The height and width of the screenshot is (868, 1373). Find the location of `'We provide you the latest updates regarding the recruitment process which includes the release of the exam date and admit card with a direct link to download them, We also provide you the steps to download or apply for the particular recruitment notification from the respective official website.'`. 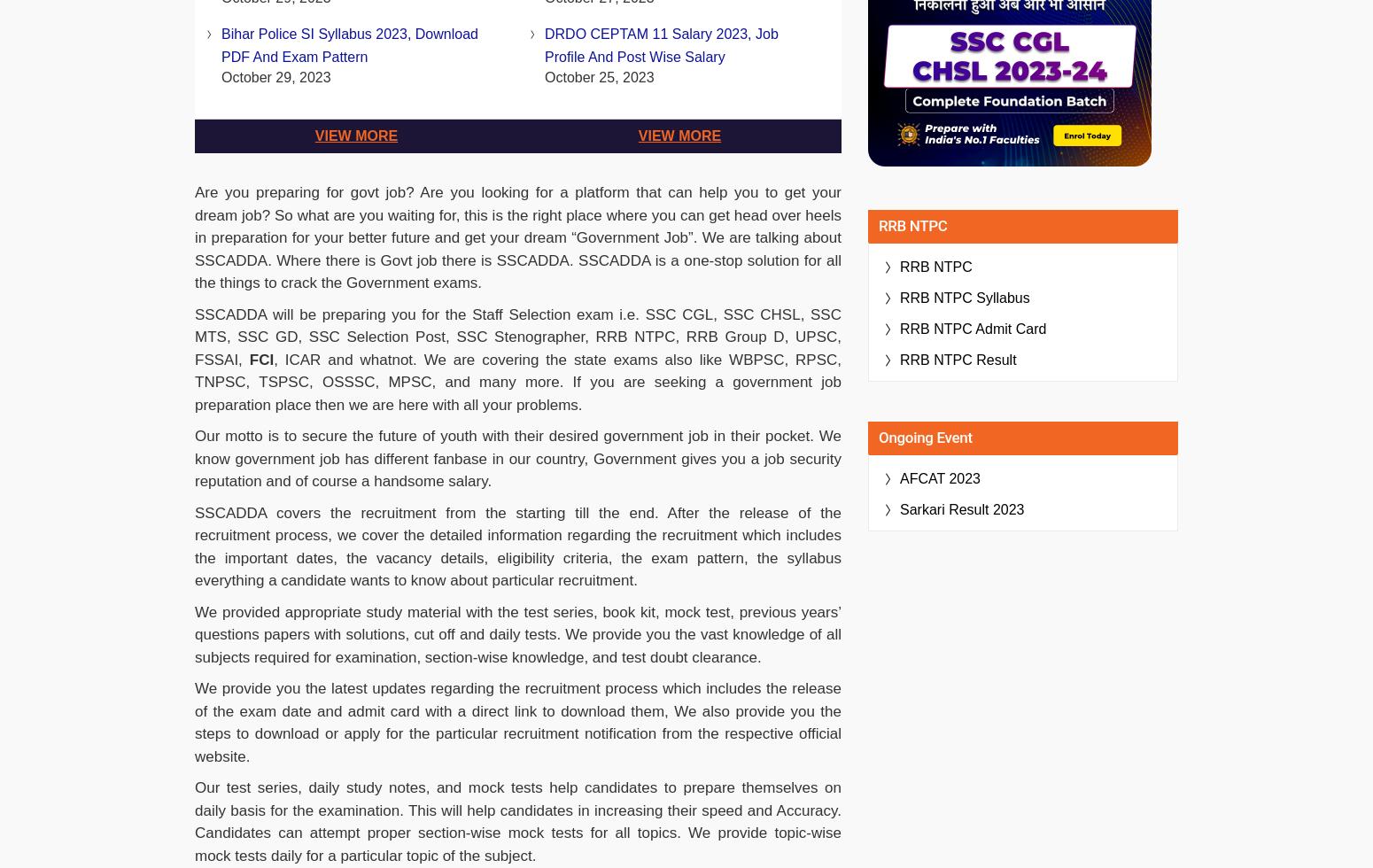

'We provide you the latest updates regarding the recruitment process which includes the release of the exam date and admit card with a direct link to download them, We also provide you the steps to download or apply for the particular recruitment notification from the respective official website.' is located at coordinates (517, 722).